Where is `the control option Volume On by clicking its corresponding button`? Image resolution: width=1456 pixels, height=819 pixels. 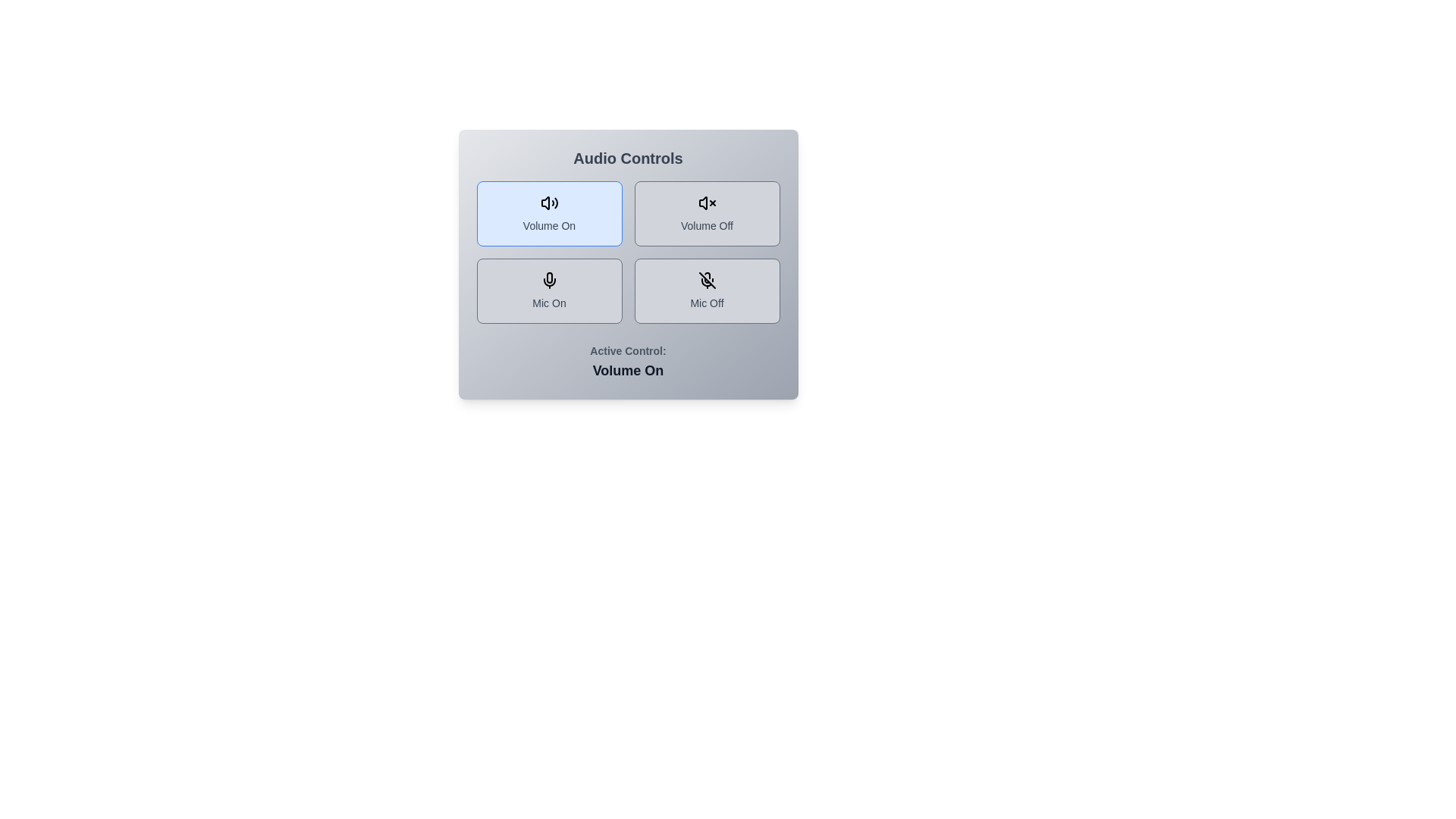 the control option Volume On by clicking its corresponding button is located at coordinates (548, 213).